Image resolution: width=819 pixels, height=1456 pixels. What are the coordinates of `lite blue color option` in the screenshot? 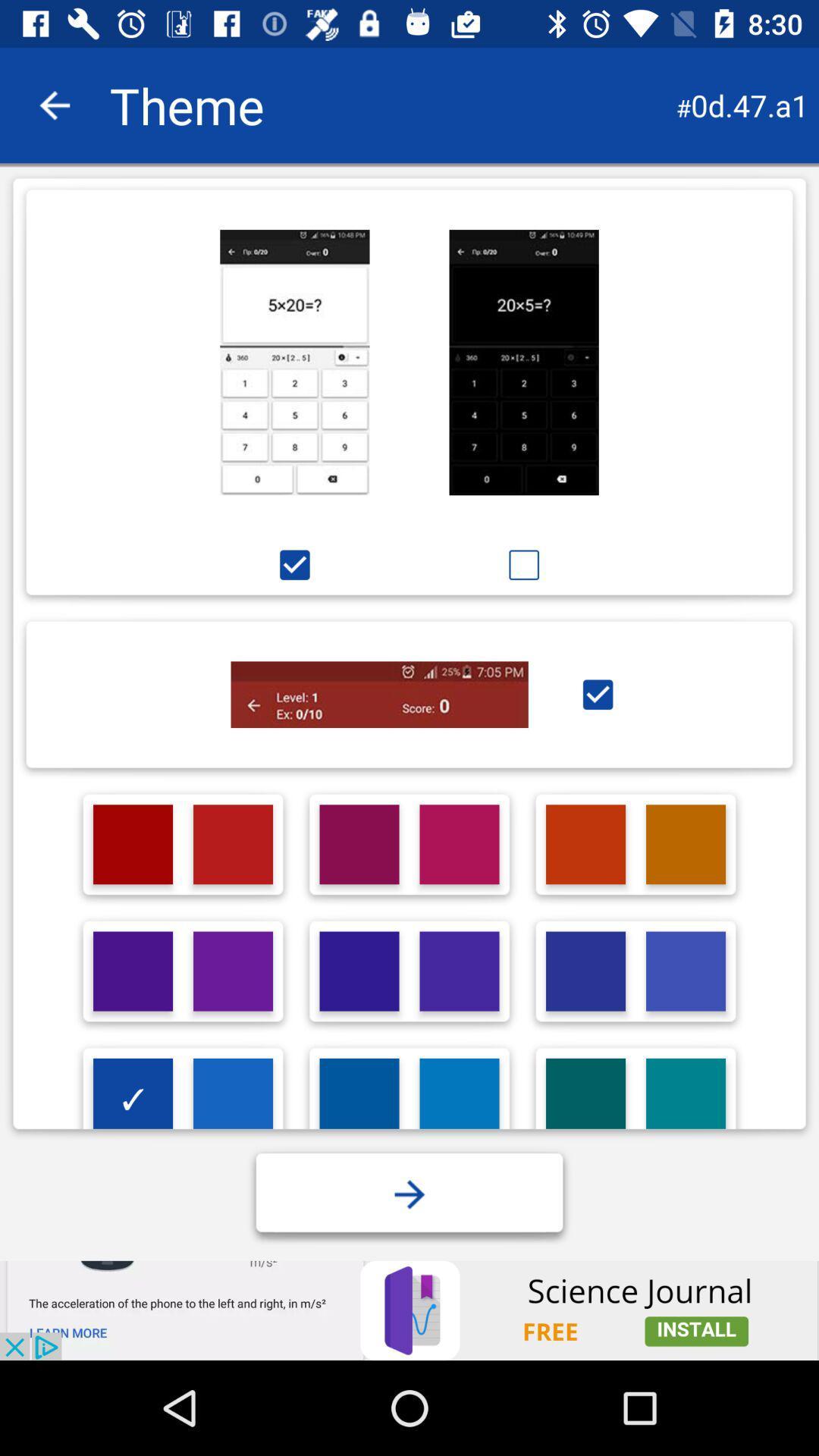 It's located at (458, 1098).